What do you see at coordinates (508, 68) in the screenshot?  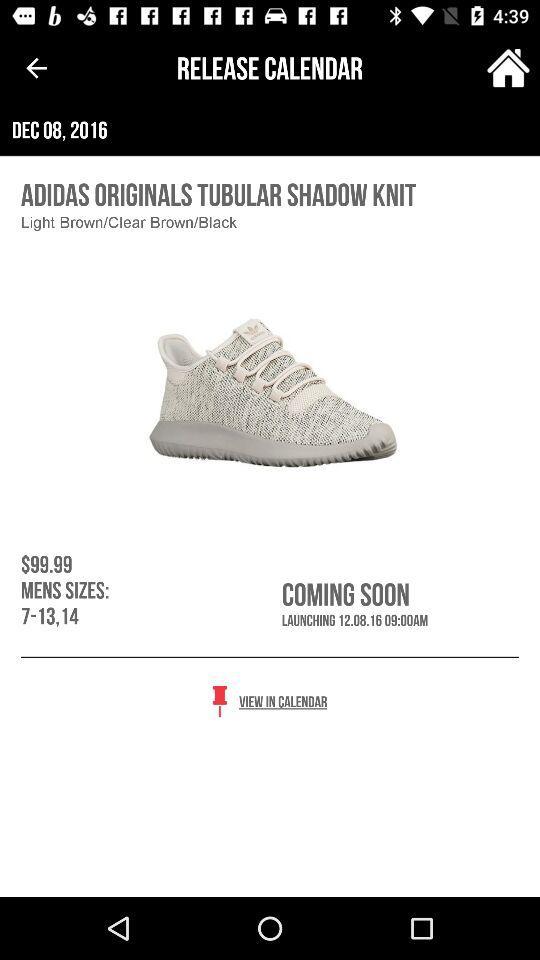 I see `item to the right of release calendar item` at bounding box center [508, 68].